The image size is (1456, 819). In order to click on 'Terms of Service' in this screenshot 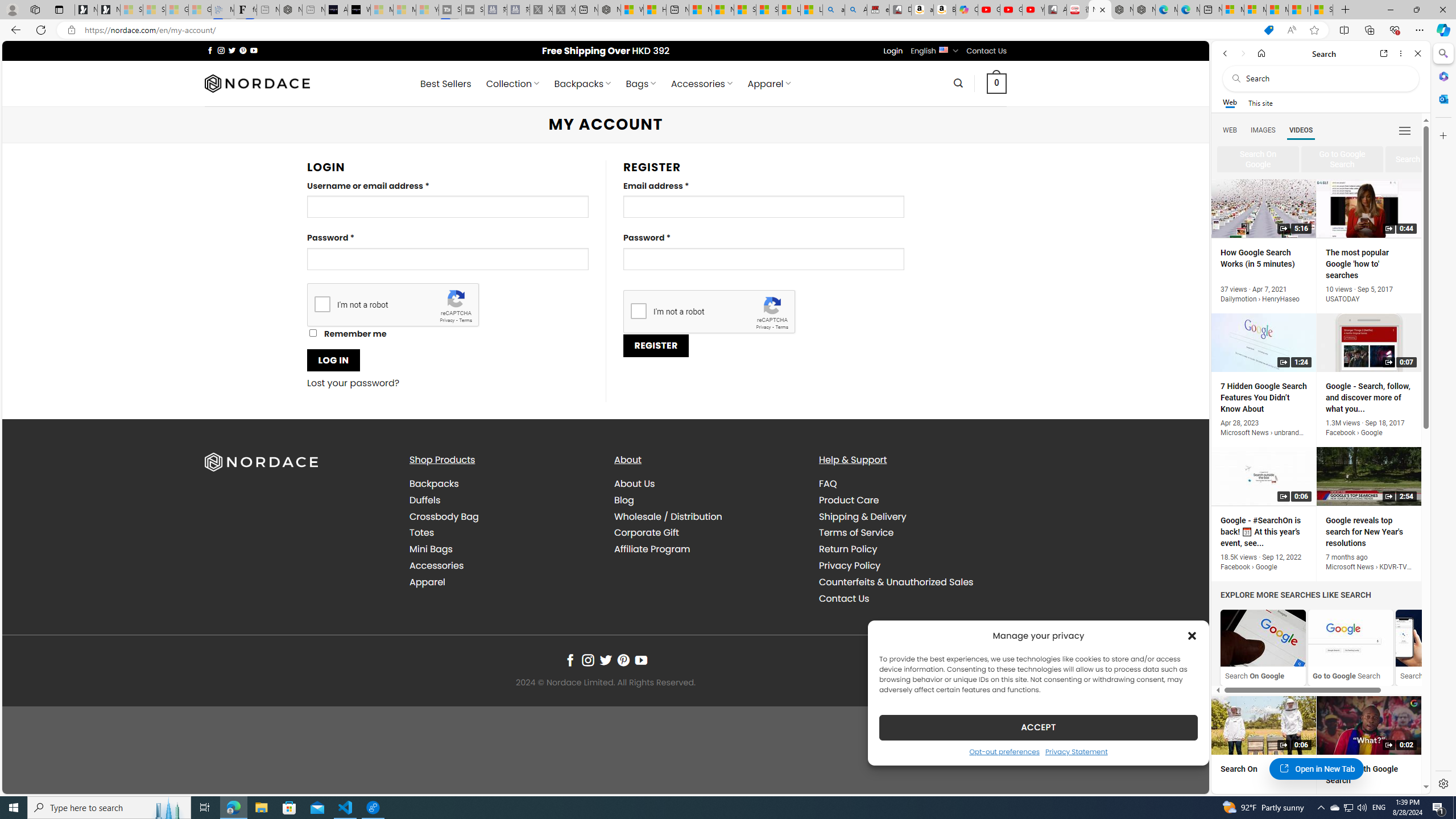, I will do `click(911, 533)`.